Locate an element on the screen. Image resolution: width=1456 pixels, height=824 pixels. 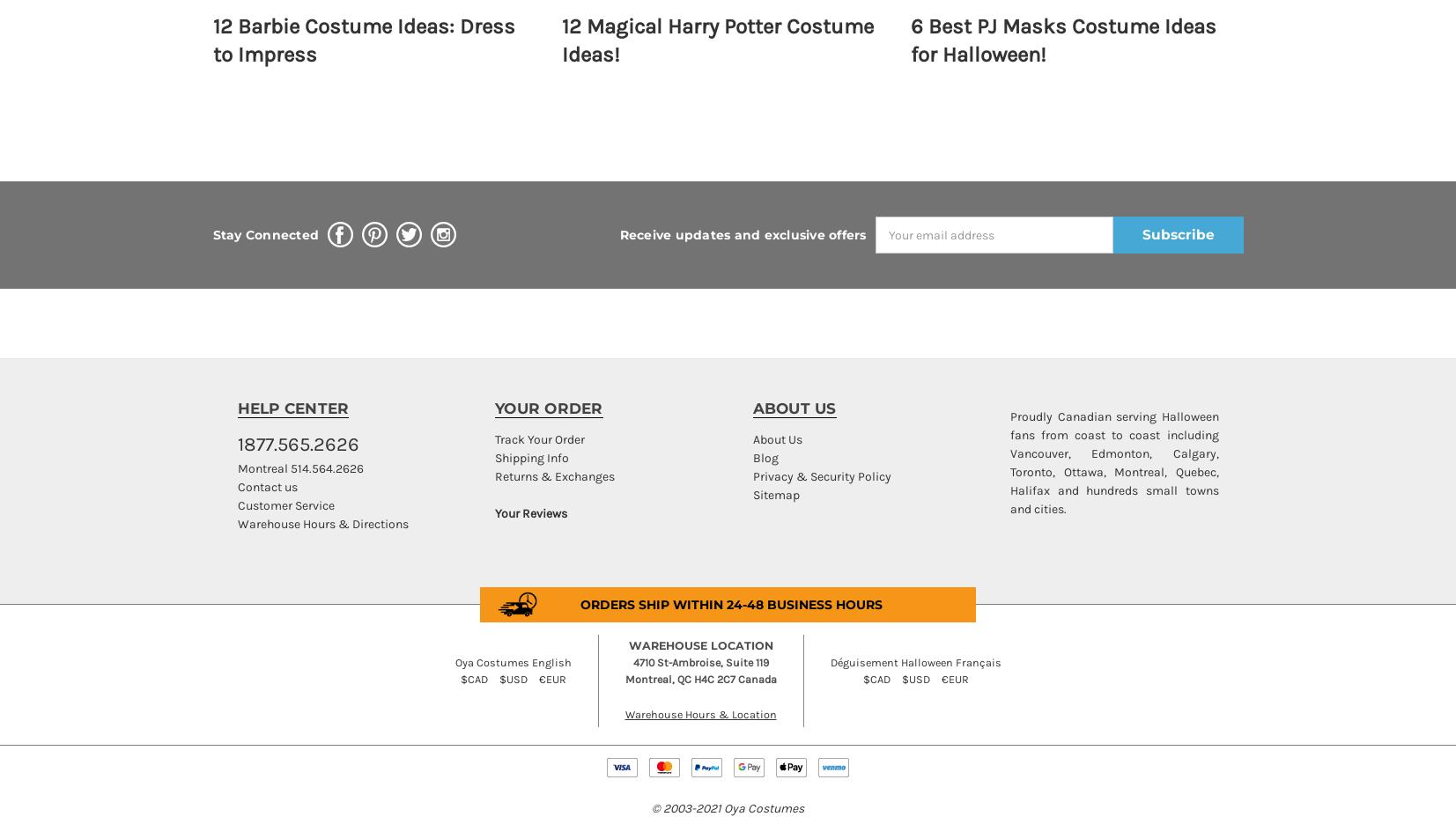
'Customer Service' is located at coordinates (284, 504).